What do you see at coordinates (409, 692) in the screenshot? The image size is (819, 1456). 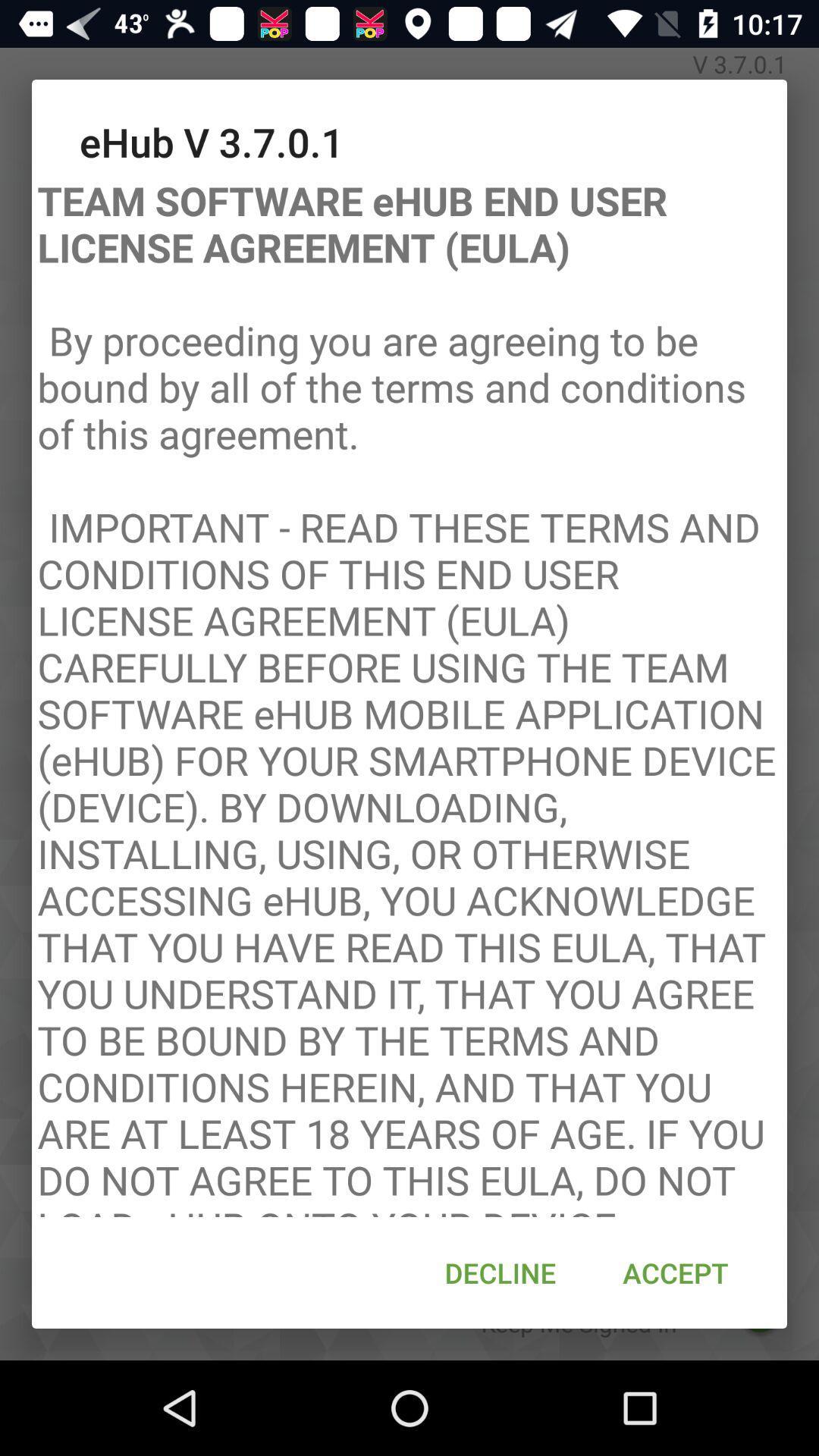 I see `the item above the decline item` at bounding box center [409, 692].